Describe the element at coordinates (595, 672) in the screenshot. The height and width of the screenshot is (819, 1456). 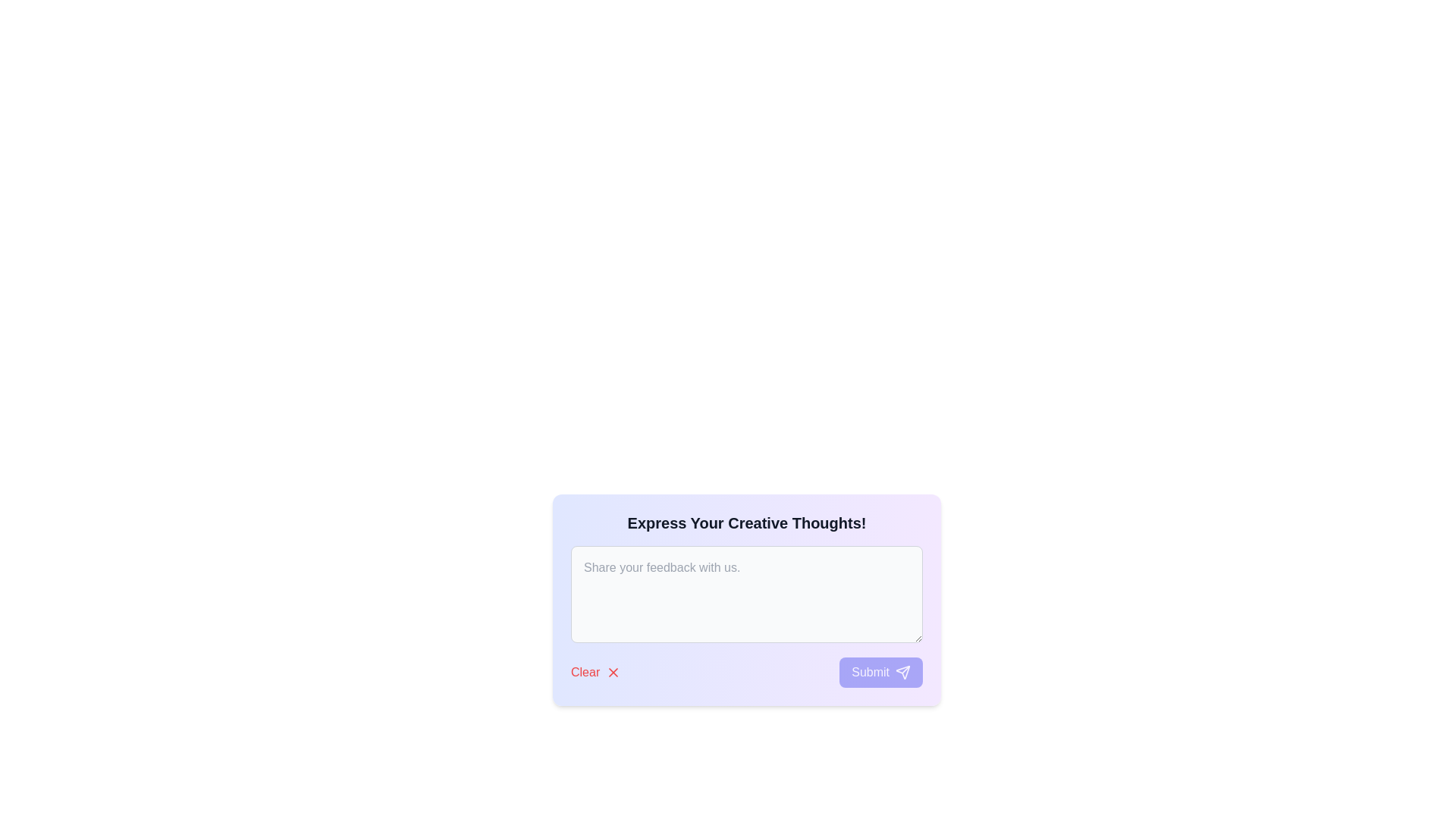
I see `the button that serves to clear or reset input fields, located in the bottom-left corner next to the 'Submit' button` at that location.